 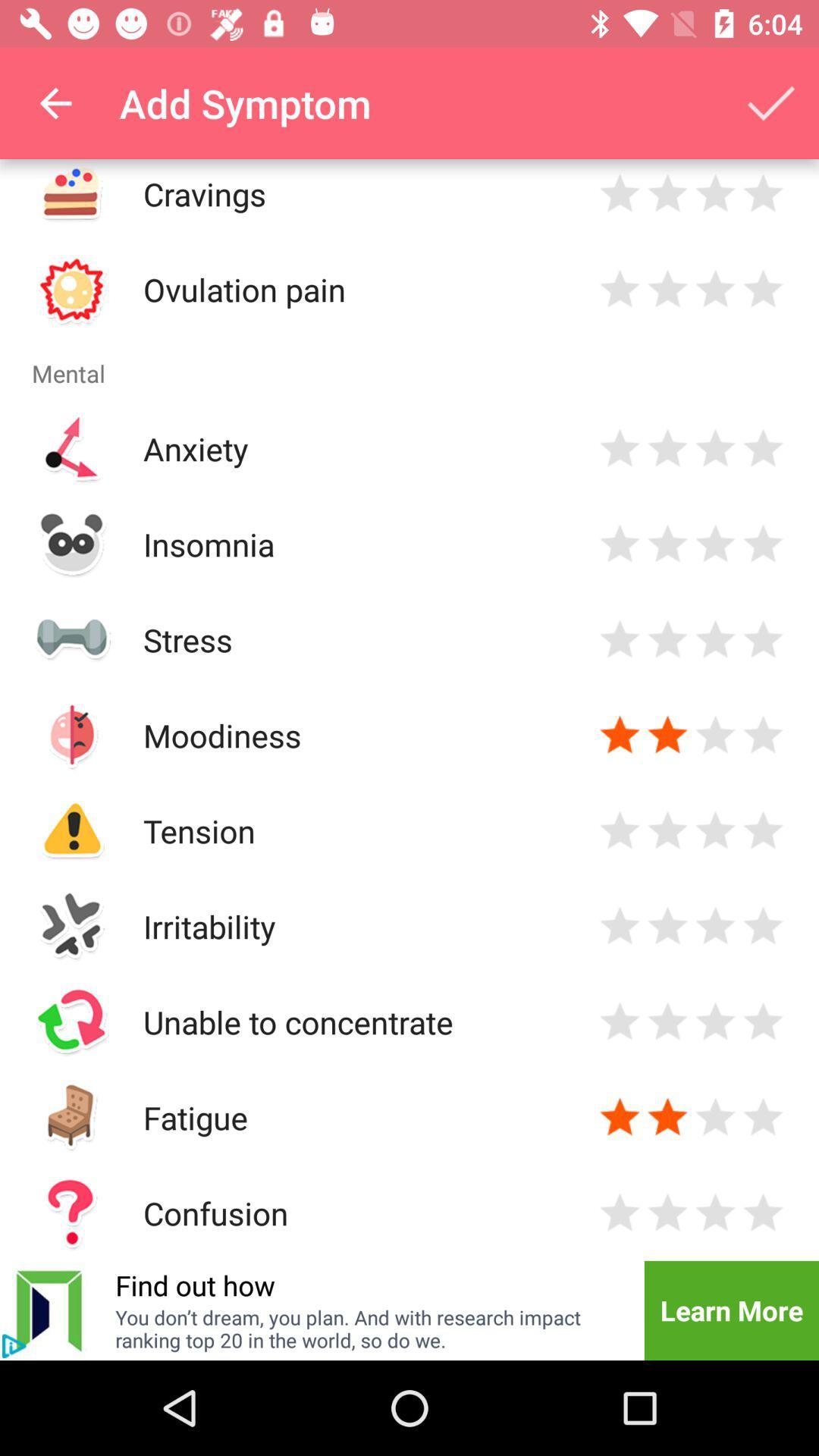 I want to click on star rating, so click(x=763, y=735).